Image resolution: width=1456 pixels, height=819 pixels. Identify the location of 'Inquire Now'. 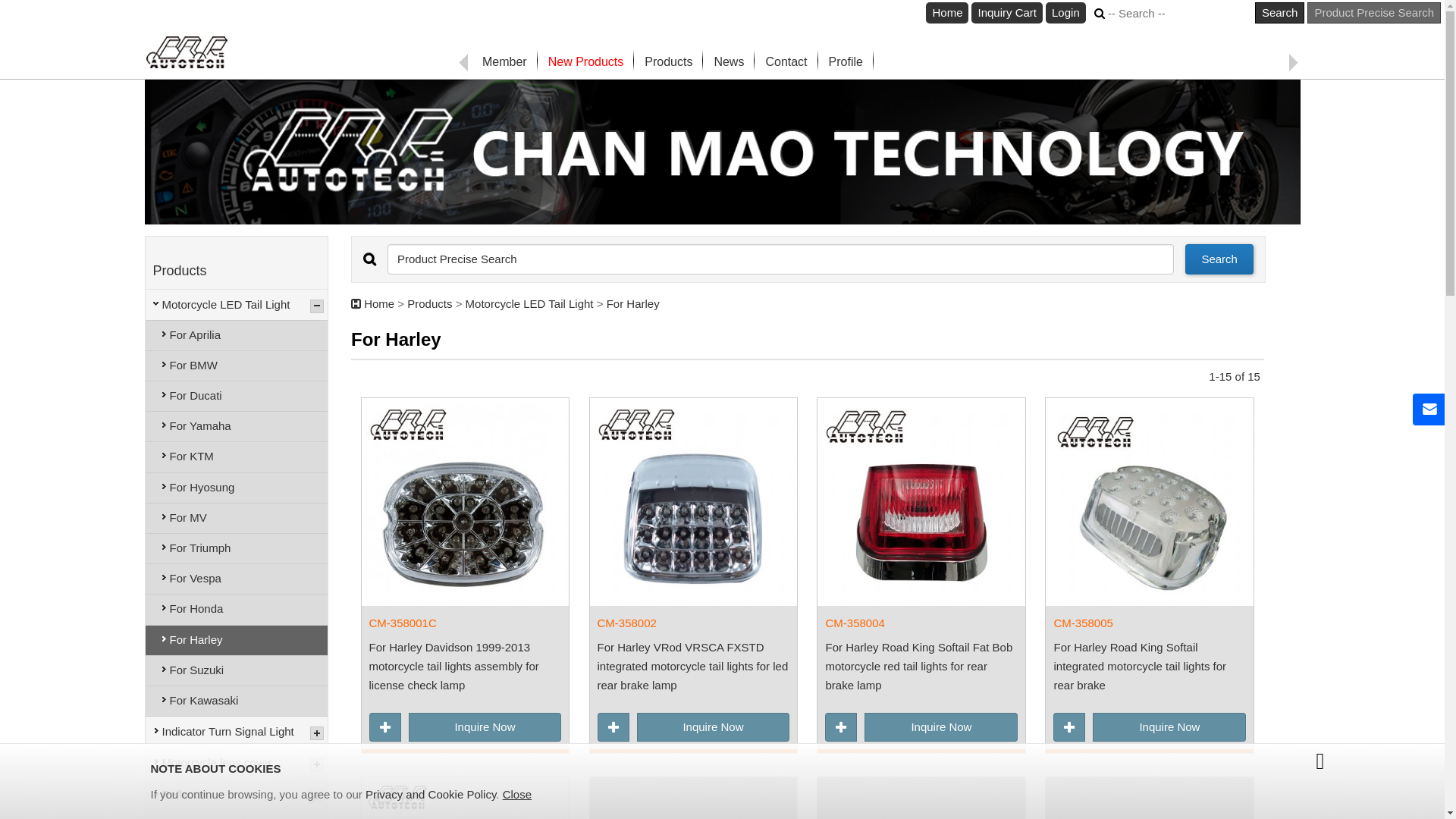
(864, 726).